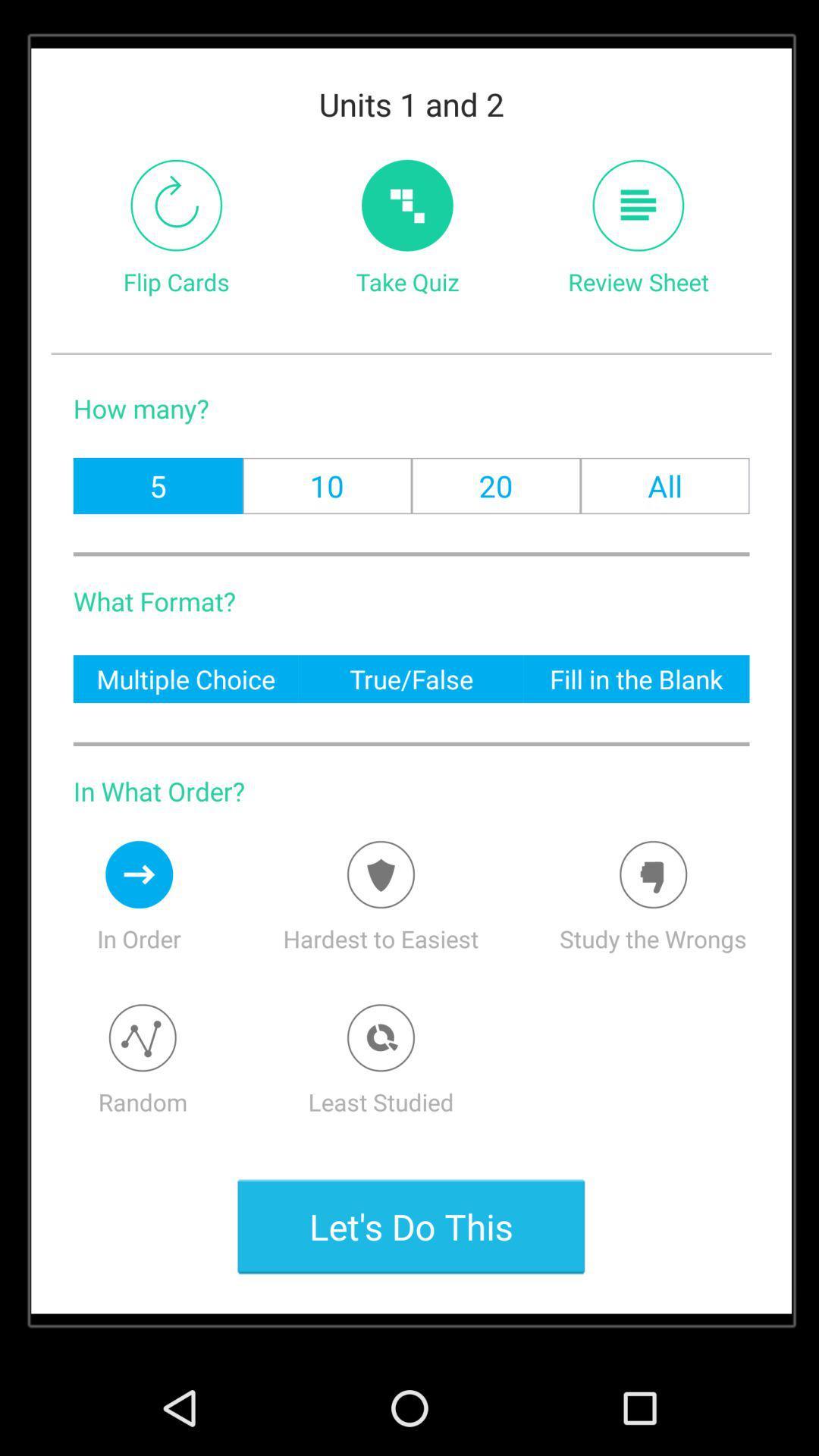  Describe the element at coordinates (143, 1037) in the screenshot. I see `random order` at that location.